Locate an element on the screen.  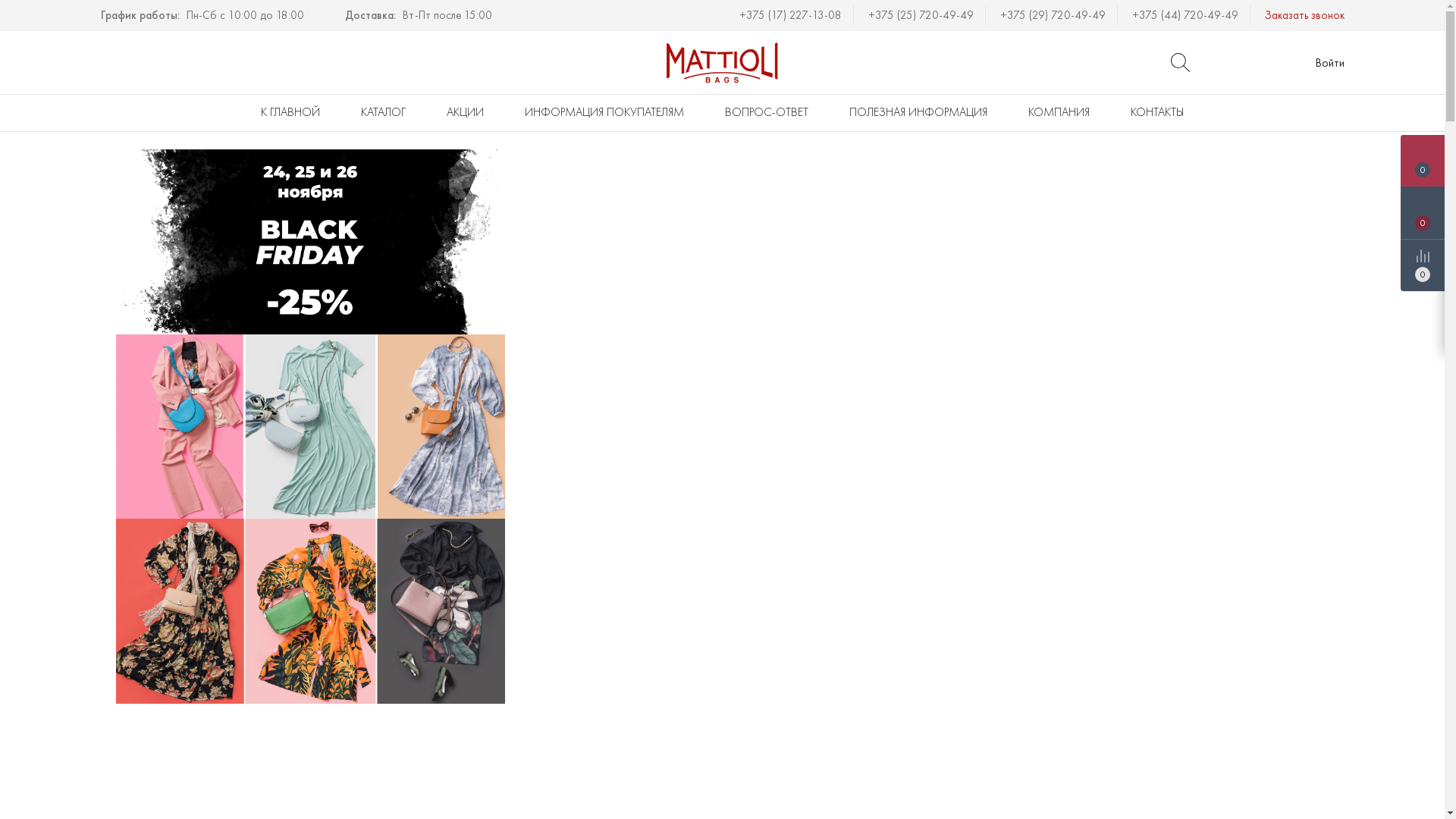
'+375 (29) 720-49-49' is located at coordinates (1057, 15).